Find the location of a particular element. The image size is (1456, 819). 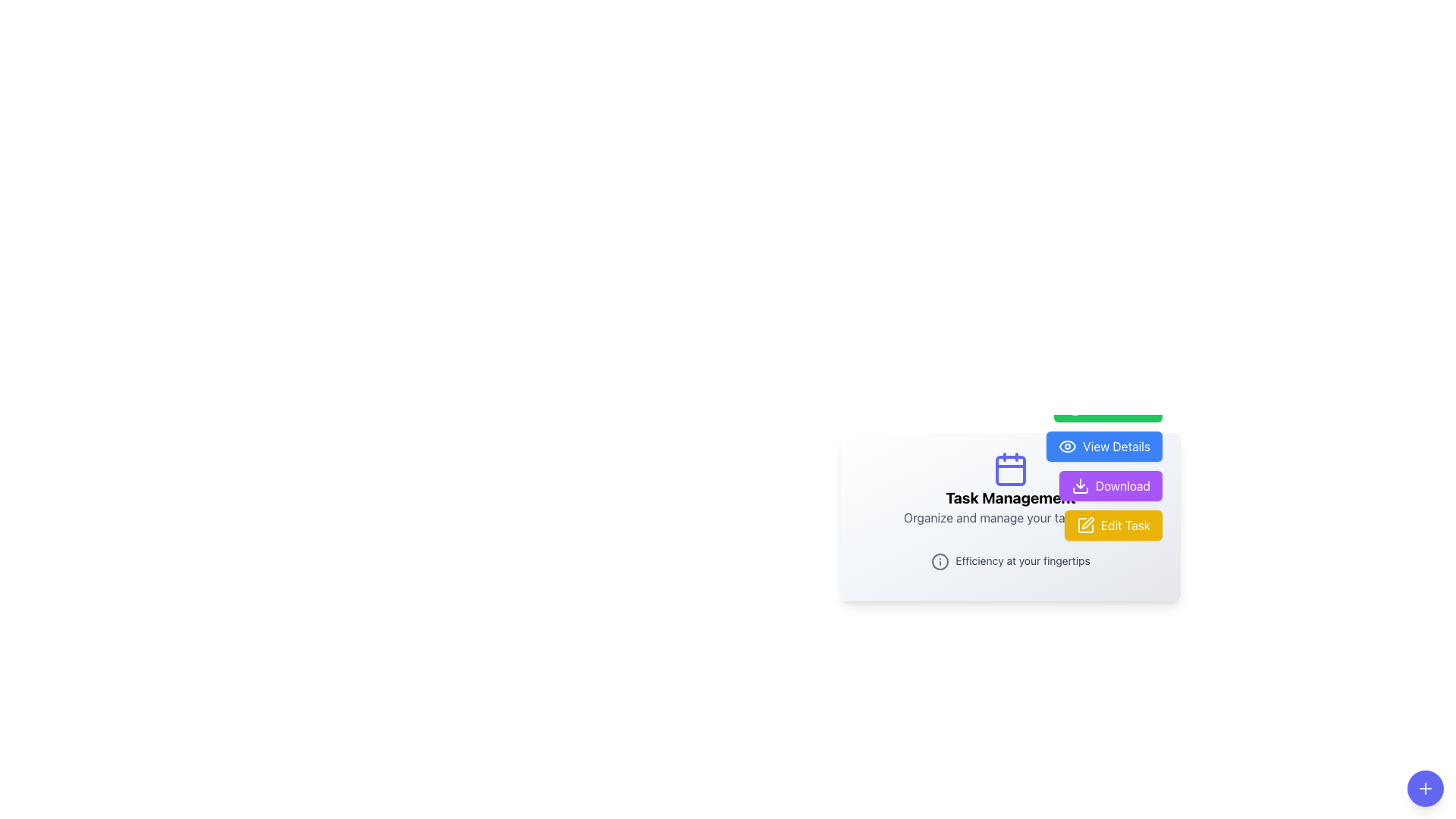

the descriptive text label located beneath the 'Task Management' heading, which provides information about the task management feature is located at coordinates (1011, 516).